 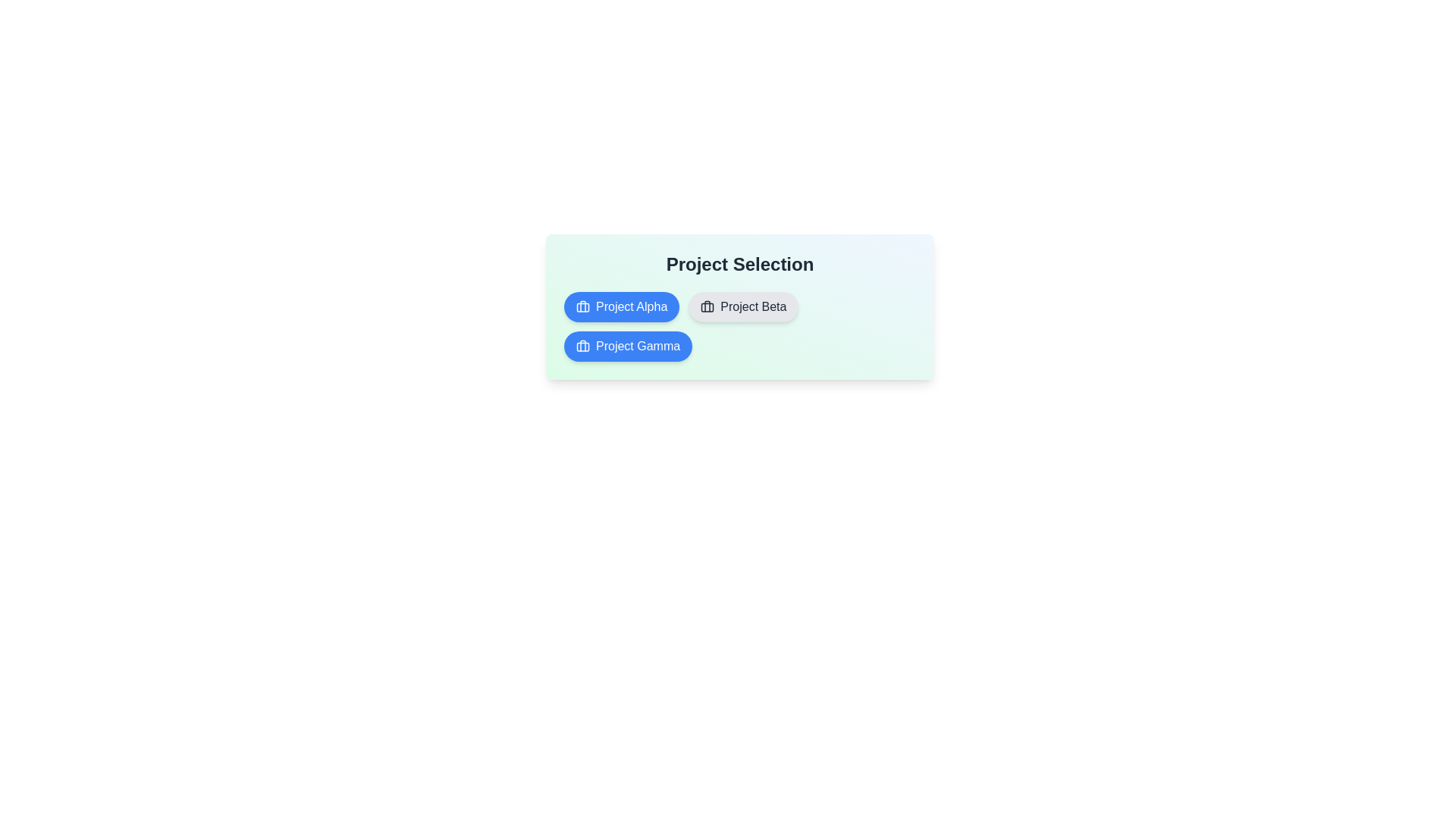 What do you see at coordinates (628, 346) in the screenshot?
I see `the project chip labeled Project Gamma` at bounding box center [628, 346].